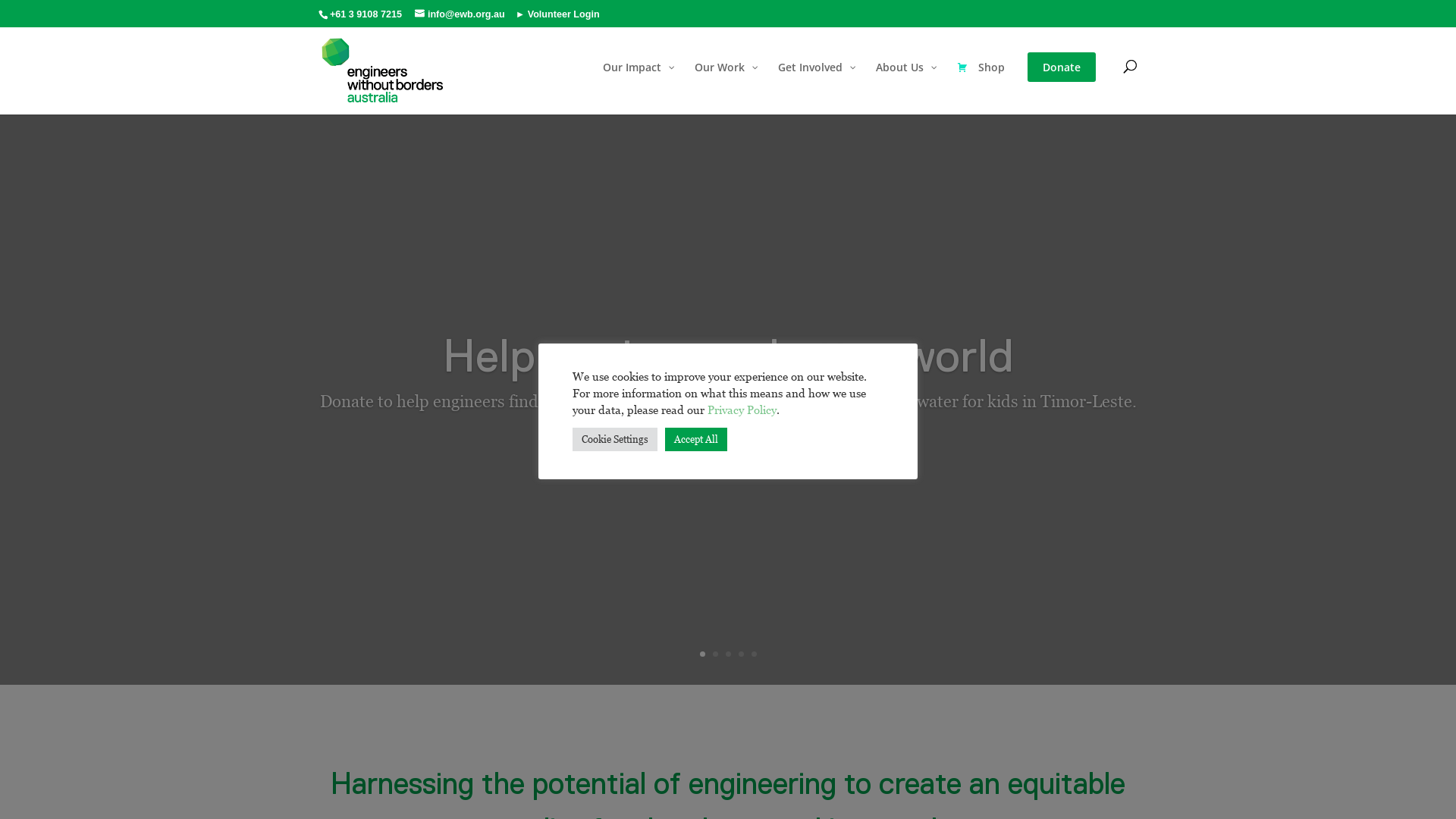 The height and width of the screenshot is (819, 1456). I want to click on 'Our Work', so click(682, 83).